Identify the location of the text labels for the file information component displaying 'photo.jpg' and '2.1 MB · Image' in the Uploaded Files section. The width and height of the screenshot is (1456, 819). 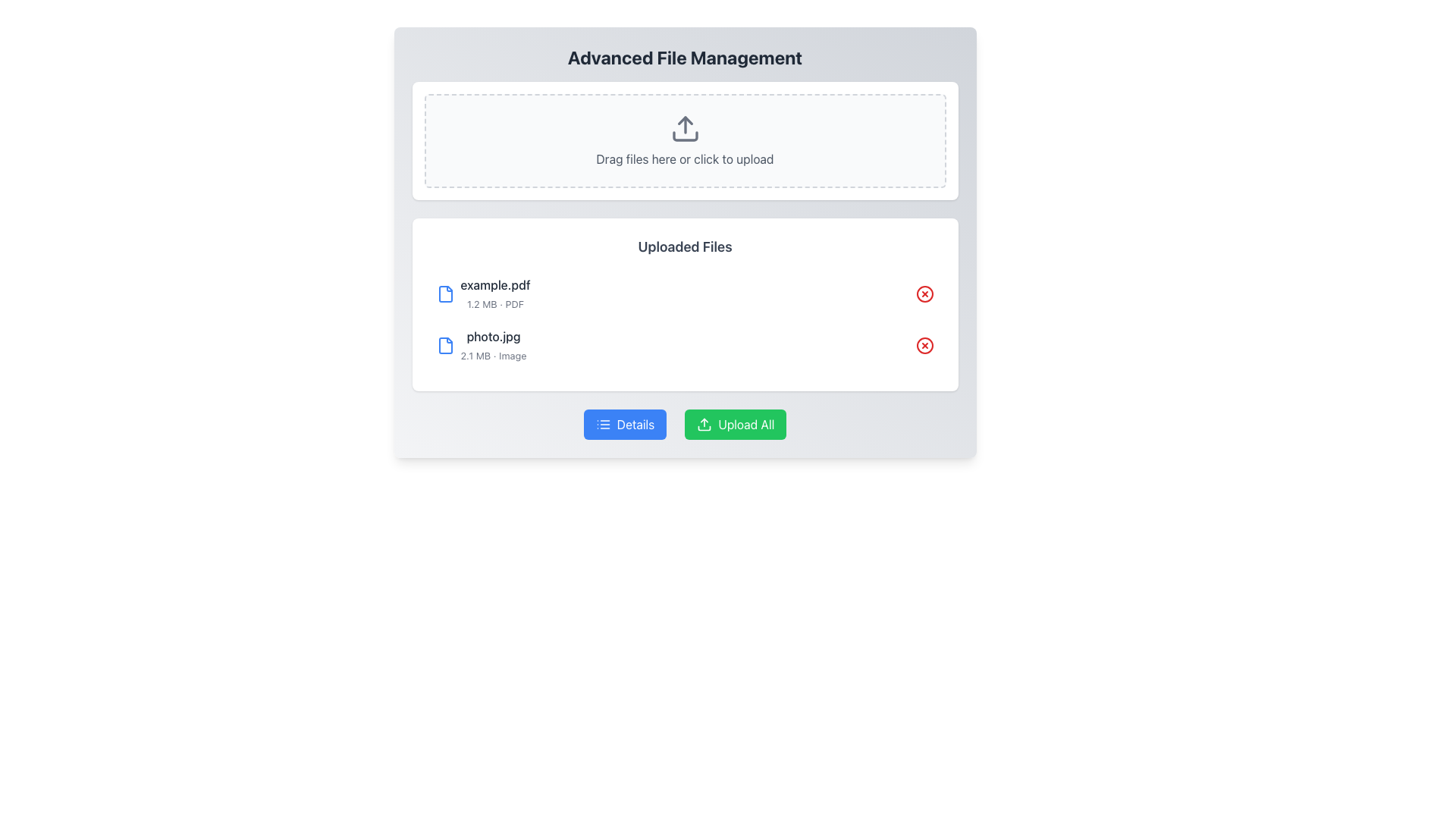
(494, 345).